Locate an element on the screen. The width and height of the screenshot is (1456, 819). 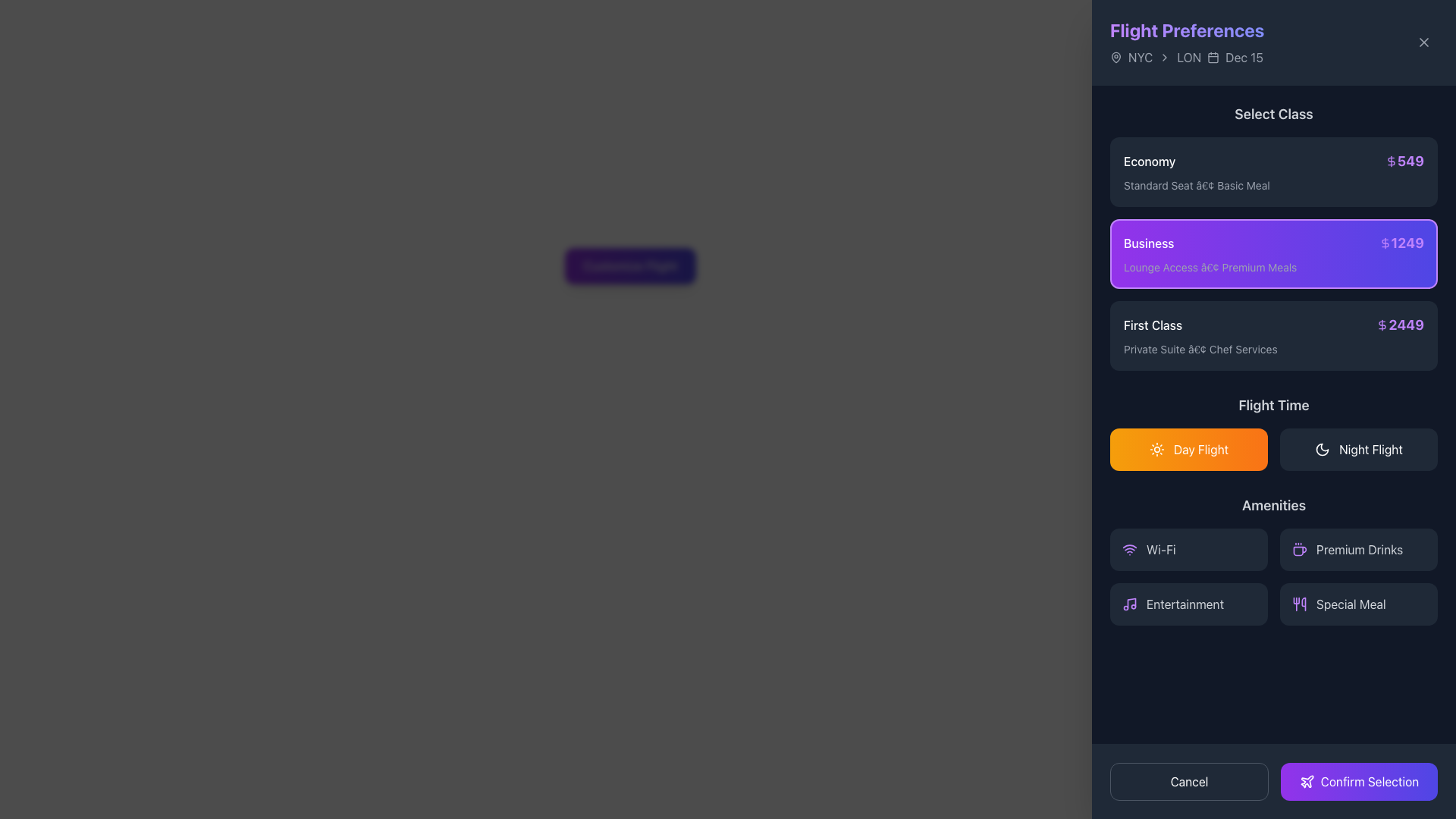
the header text 'Amenities' which is displayed in bold light gray font within the dark-themed 'Flight Preferences' interface, located above the amenities grid is located at coordinates (1274, 506).